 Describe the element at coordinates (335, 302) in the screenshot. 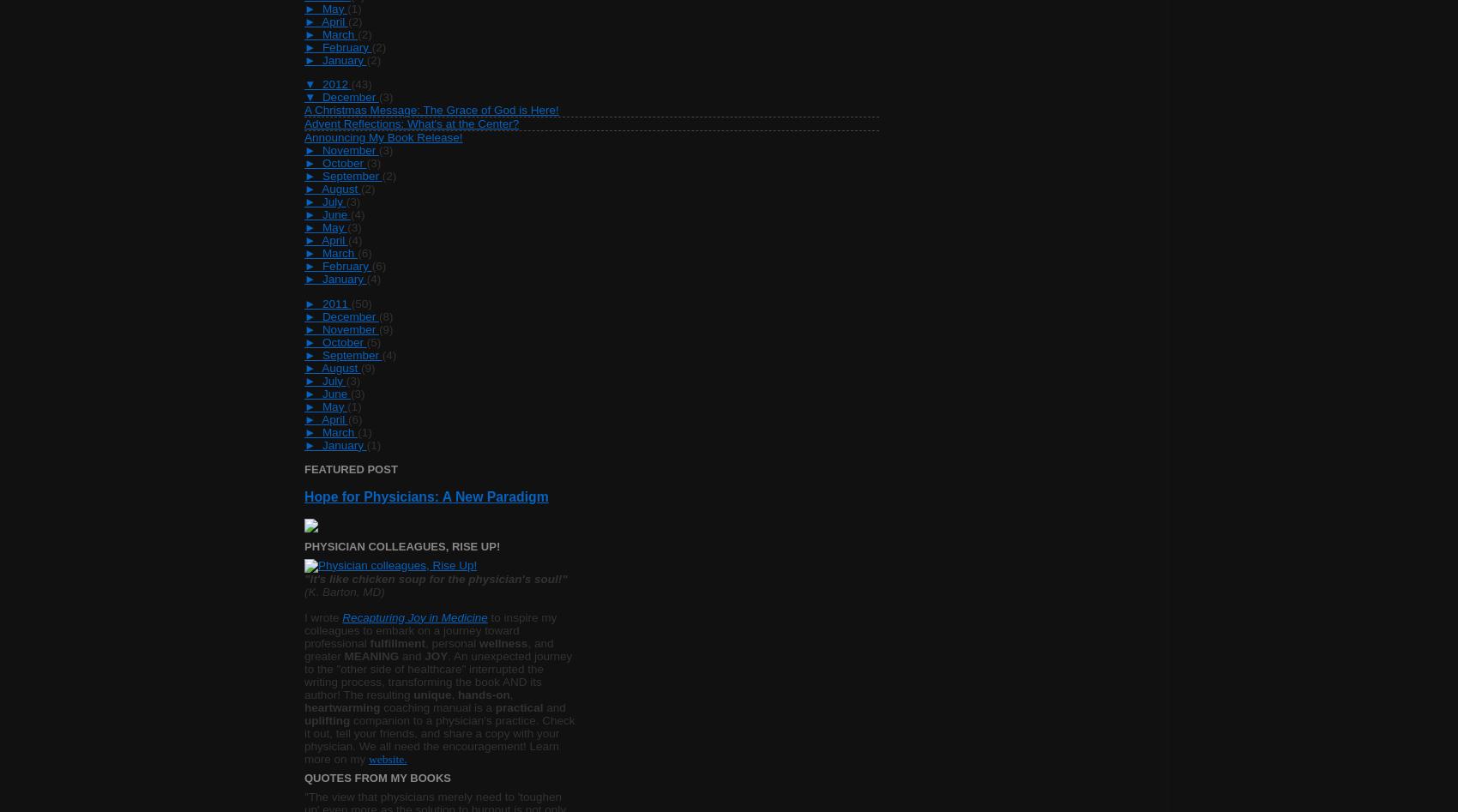

I see `'2011'` at that location.